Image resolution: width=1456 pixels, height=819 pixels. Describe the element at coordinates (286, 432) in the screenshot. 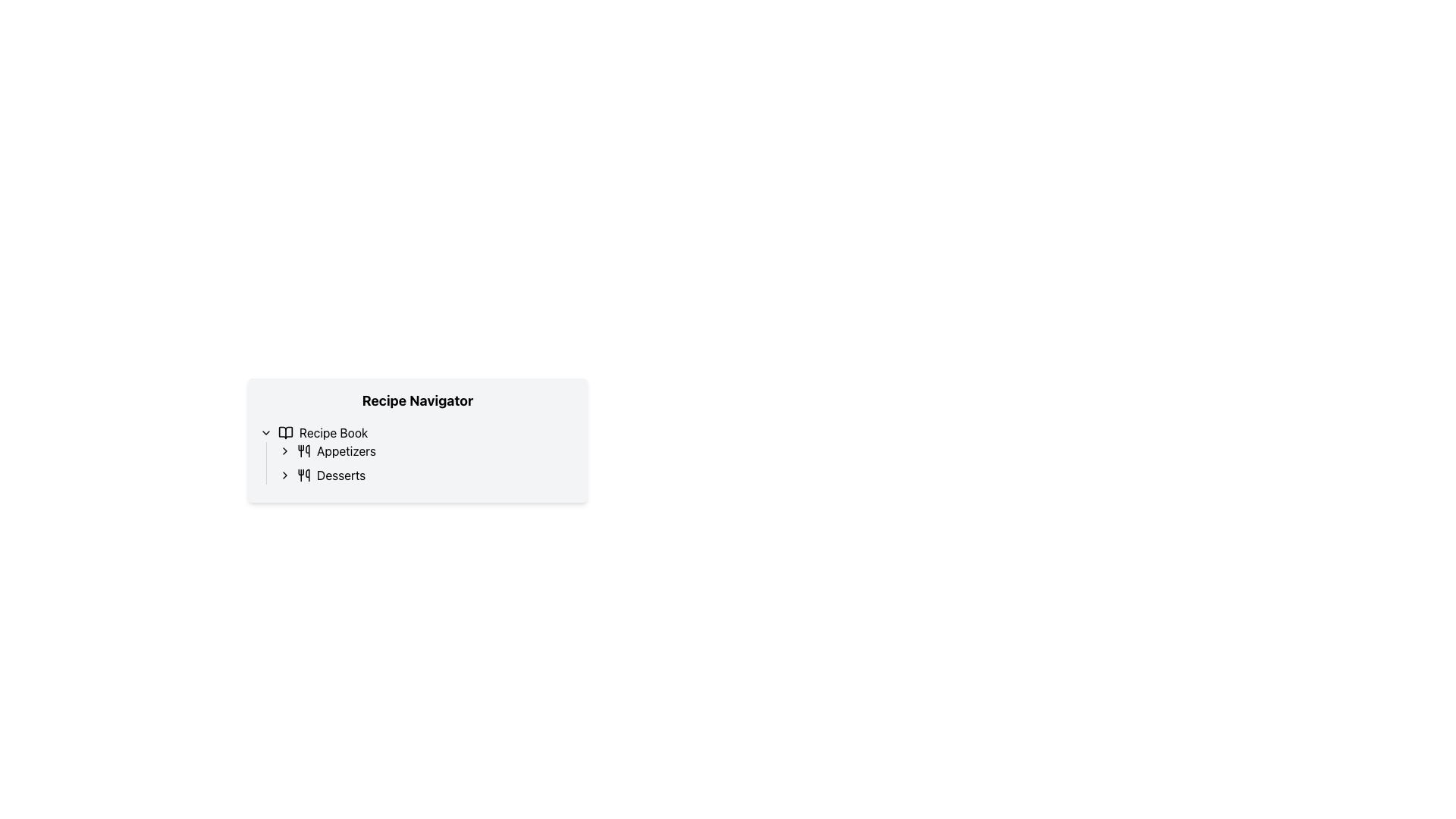

I see `the open book icon located` at that location.